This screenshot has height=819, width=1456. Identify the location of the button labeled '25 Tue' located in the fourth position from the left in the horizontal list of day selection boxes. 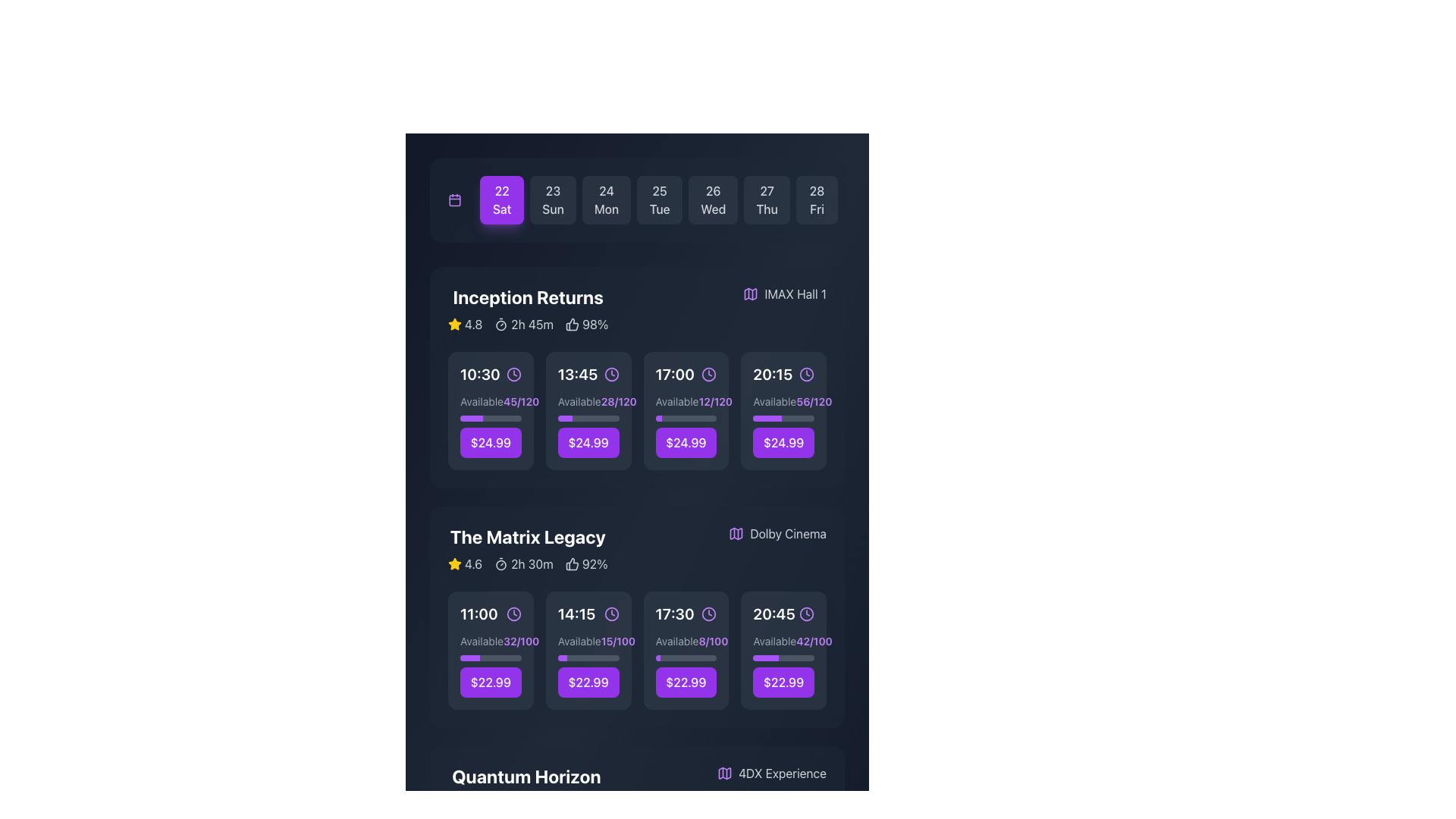
(659, 199).